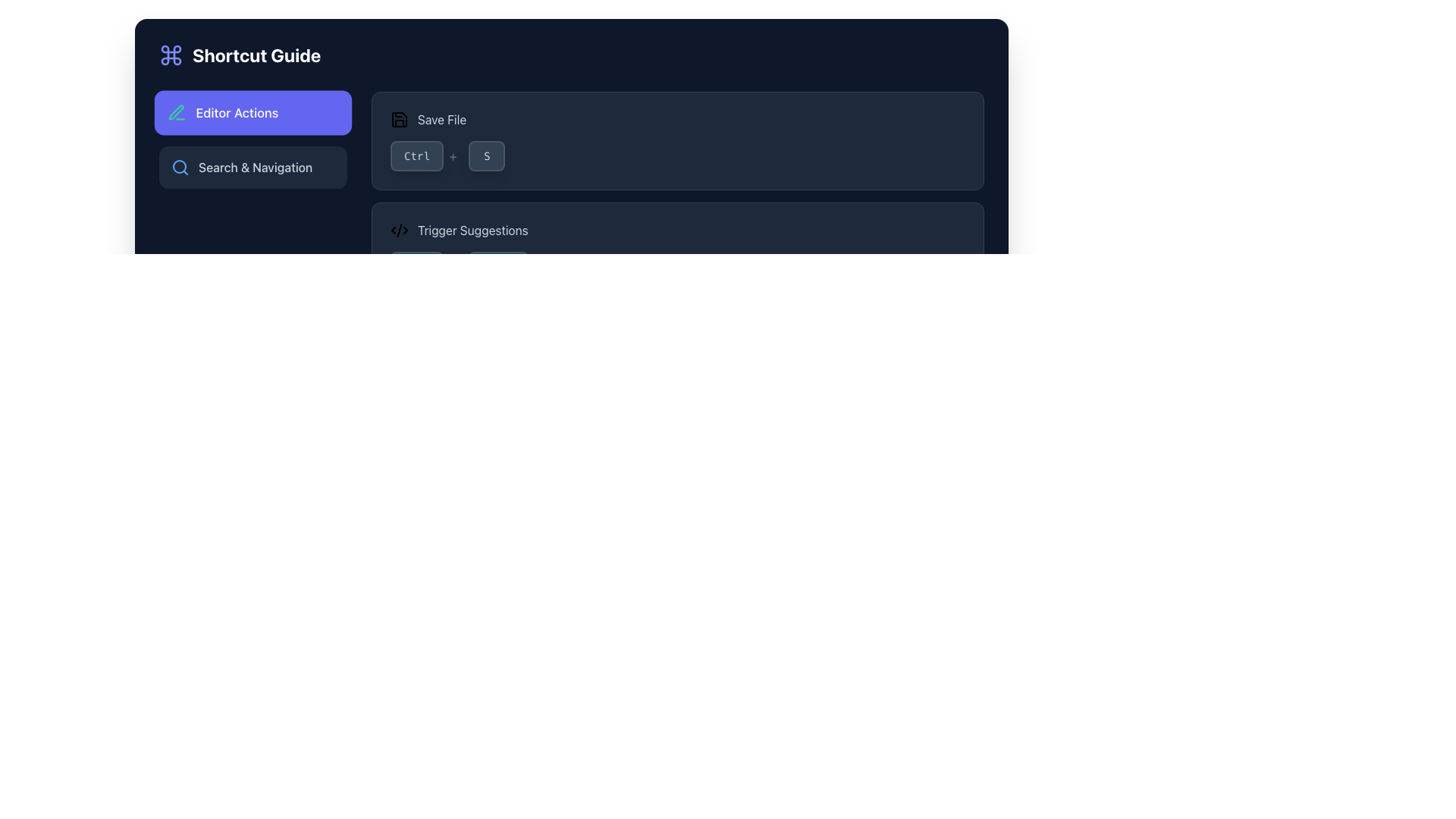  Describe the element at coordinates (171, 55) in the screenshot. I see `the icon located in the upper-left section of the interface, adjacent to the 'Shortcut Guide' label, which serves as an identifier for the section` at that location.